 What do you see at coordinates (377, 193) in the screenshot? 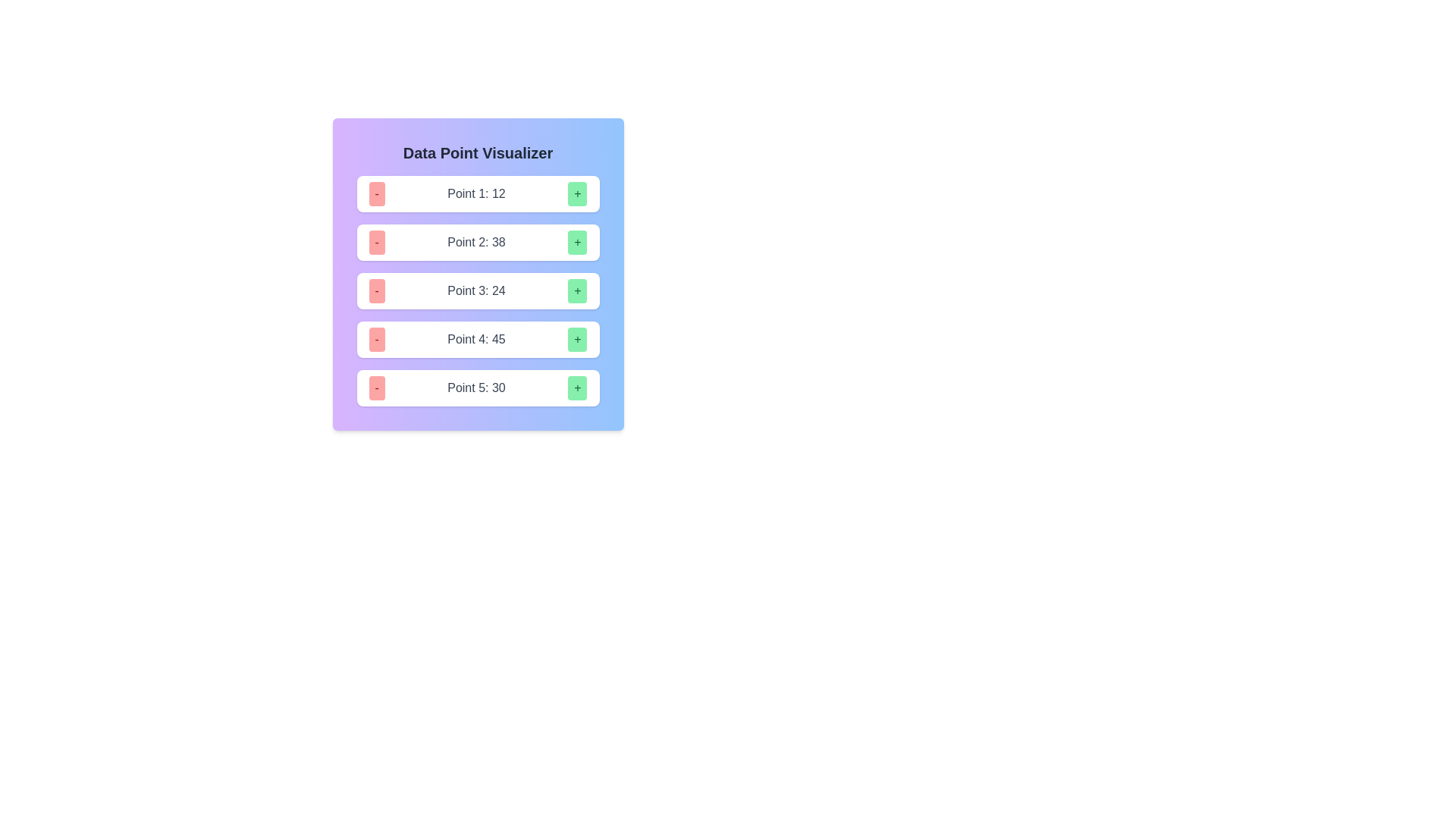
I see `the decrement button located at the leftmost position of the three interactive elements, which decreases the value displayed as 'Point 1: 12'` at bounding box center [377, 193].